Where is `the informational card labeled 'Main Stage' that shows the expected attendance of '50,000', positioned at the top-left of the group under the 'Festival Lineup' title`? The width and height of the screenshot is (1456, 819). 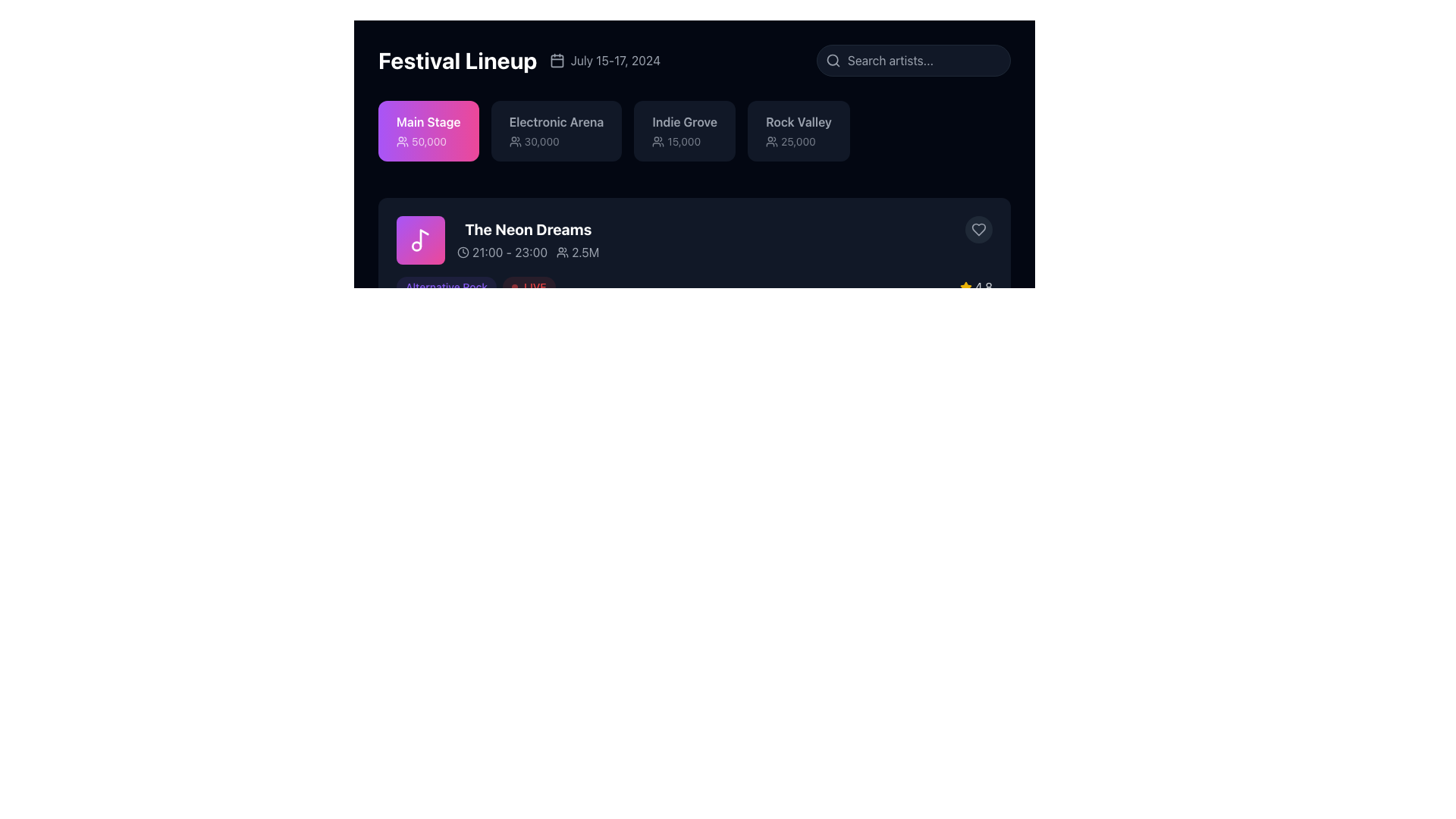 the informational card labeled 'Main Stage' that shows the expected attendance of '50,000', positioned at the top-left of the group under the 'Festival Lineup' title is located at coordinates (428, 130).